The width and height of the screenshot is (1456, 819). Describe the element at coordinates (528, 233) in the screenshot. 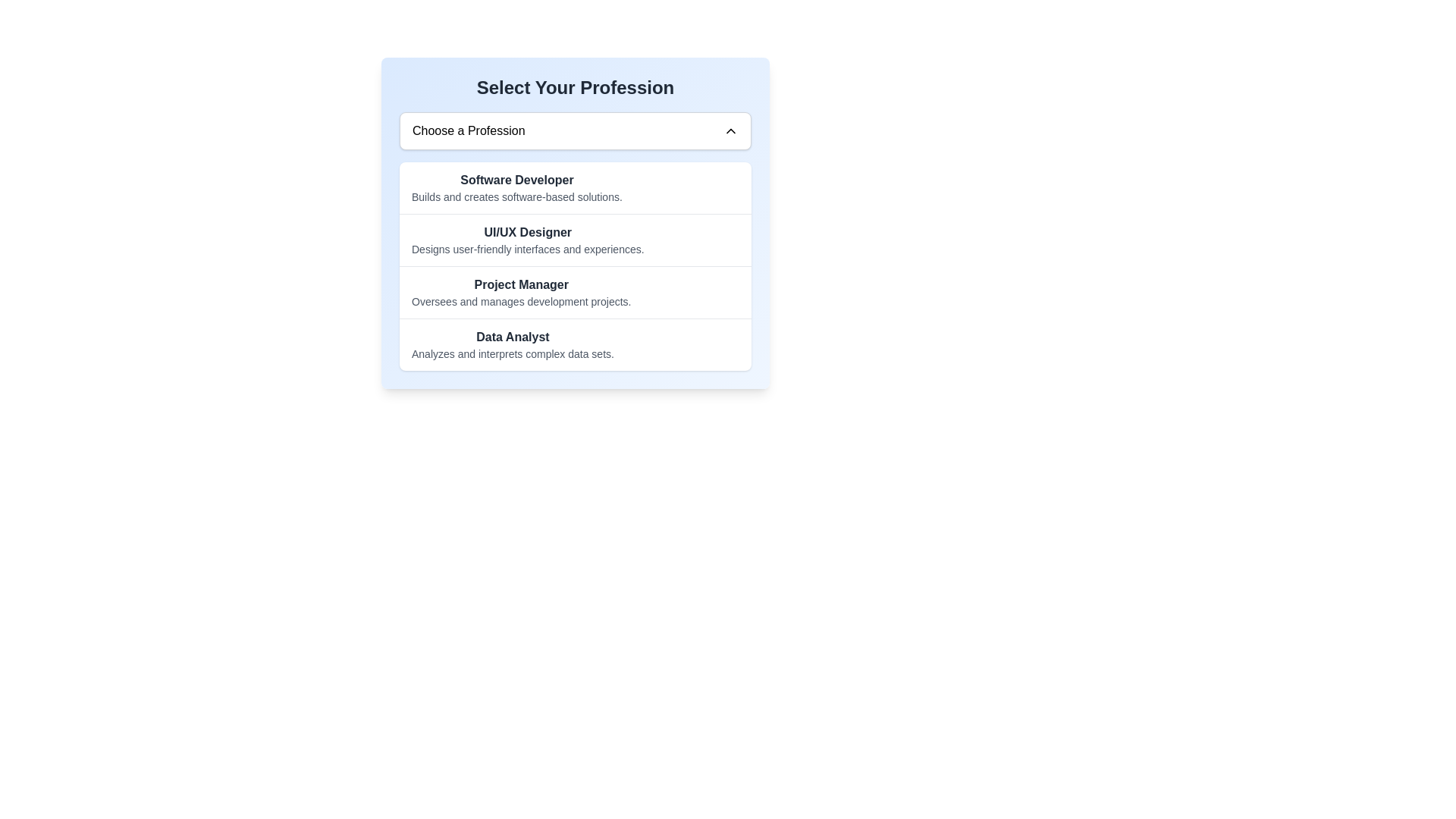

I see `text label displaying 'UI/UX Designer', which is styled in bold and dark gray, positioned at the center of the second row of selectable options` at that location.